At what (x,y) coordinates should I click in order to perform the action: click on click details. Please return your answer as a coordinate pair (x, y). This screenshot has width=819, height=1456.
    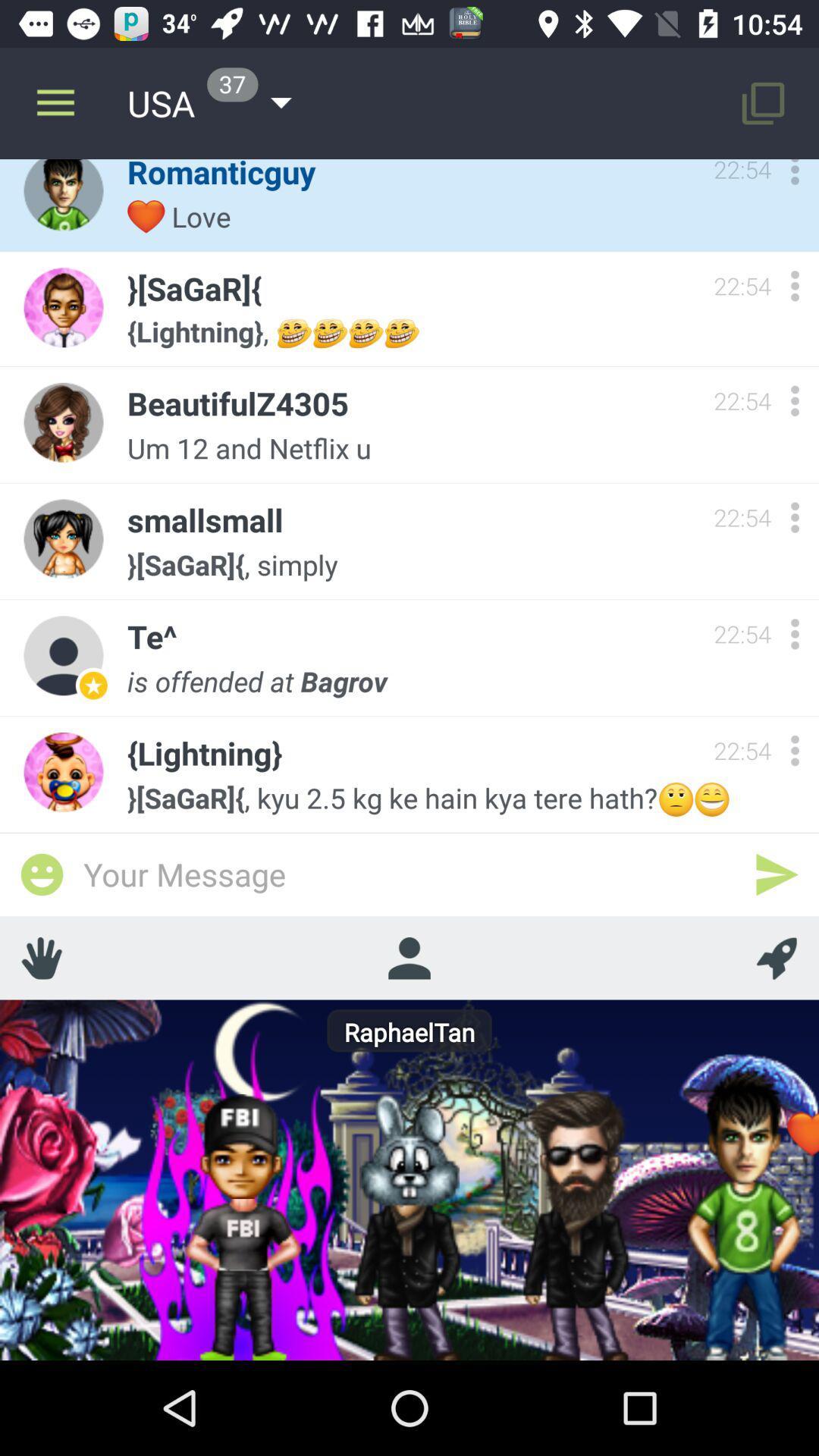
    Looking at the image, I should click on (794, 750).